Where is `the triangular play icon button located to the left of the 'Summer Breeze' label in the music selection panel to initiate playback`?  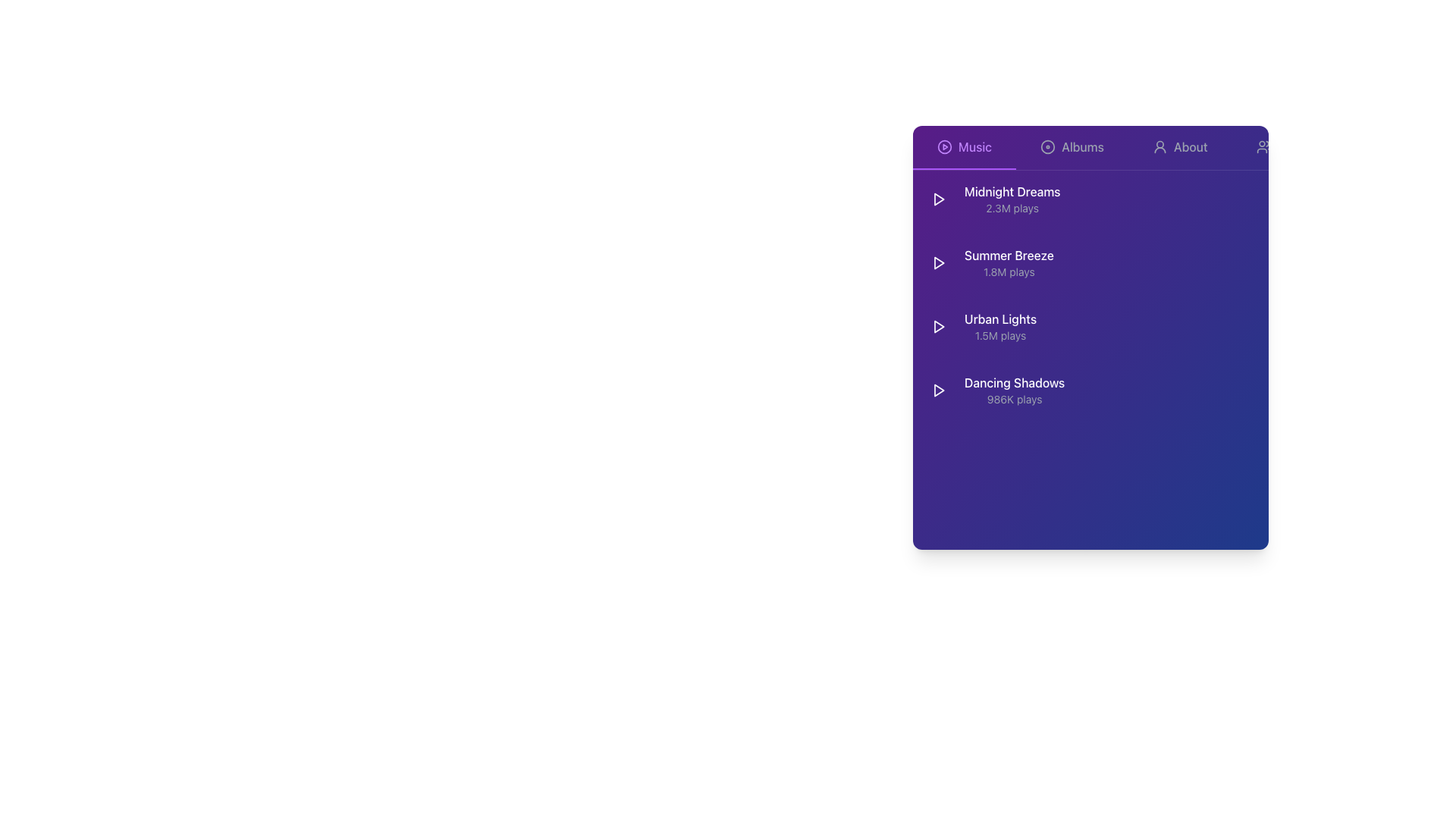 the triangular play icon button located to the left of the 'Summer Breeze' label in the music selection panel to initiate playback is located at coordinates (938, 262).